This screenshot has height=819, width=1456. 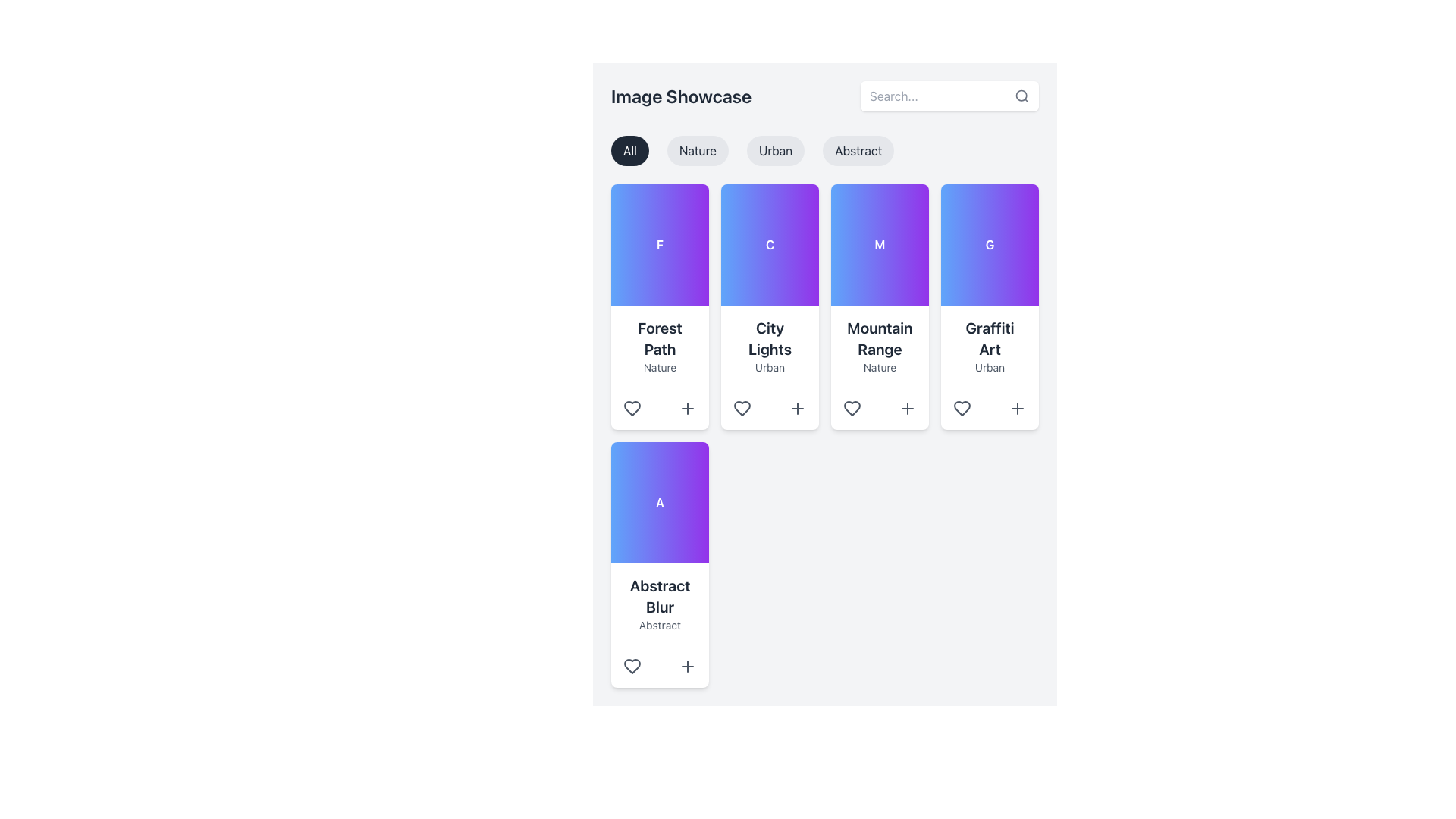 I want to click on text content from the descriptive label for the card titled 'City Lights' in the second column of the grid layout, located below the header 'C', so click(x=770, y=346).